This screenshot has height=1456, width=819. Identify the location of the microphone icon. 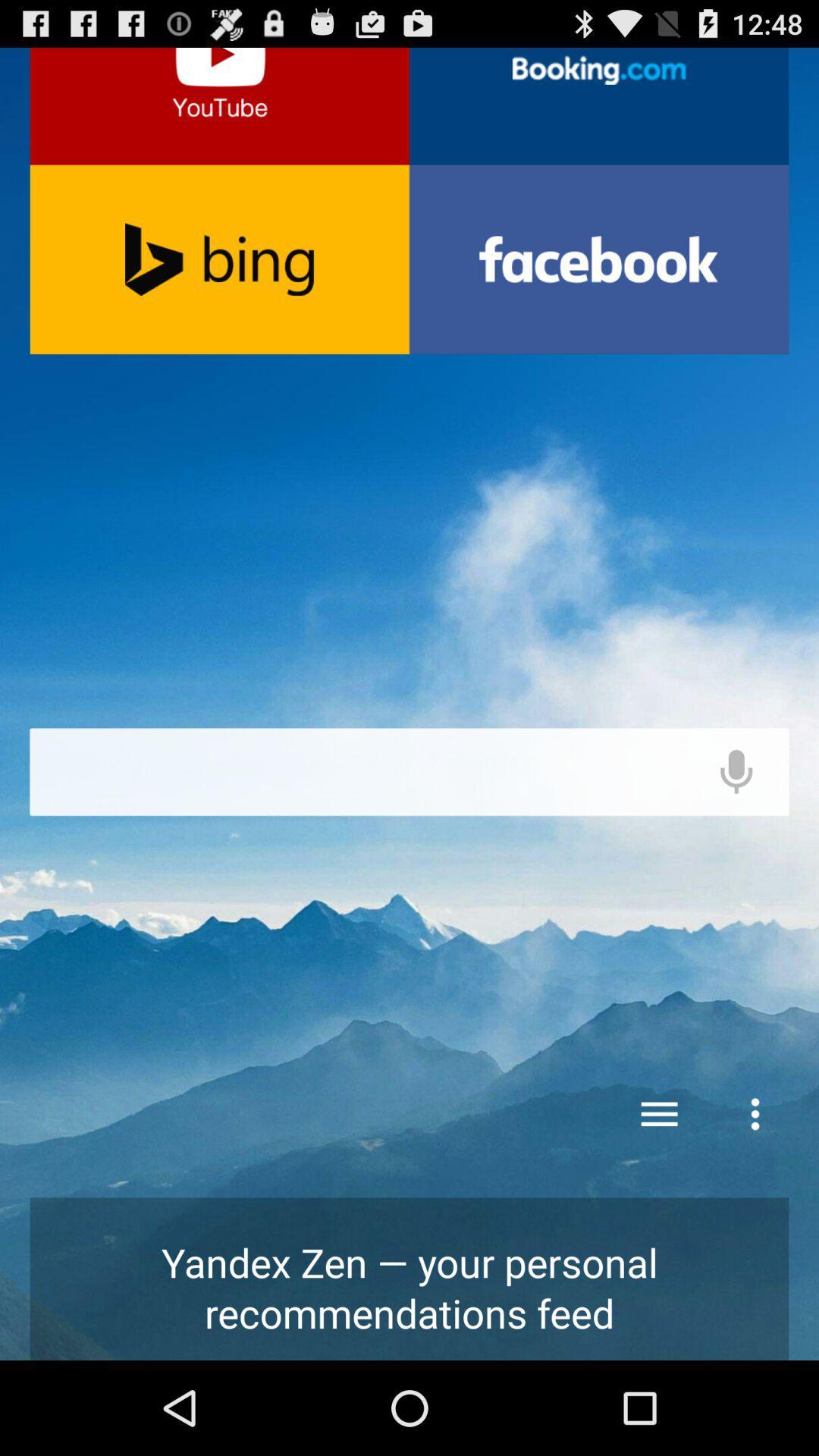
(736, 825).